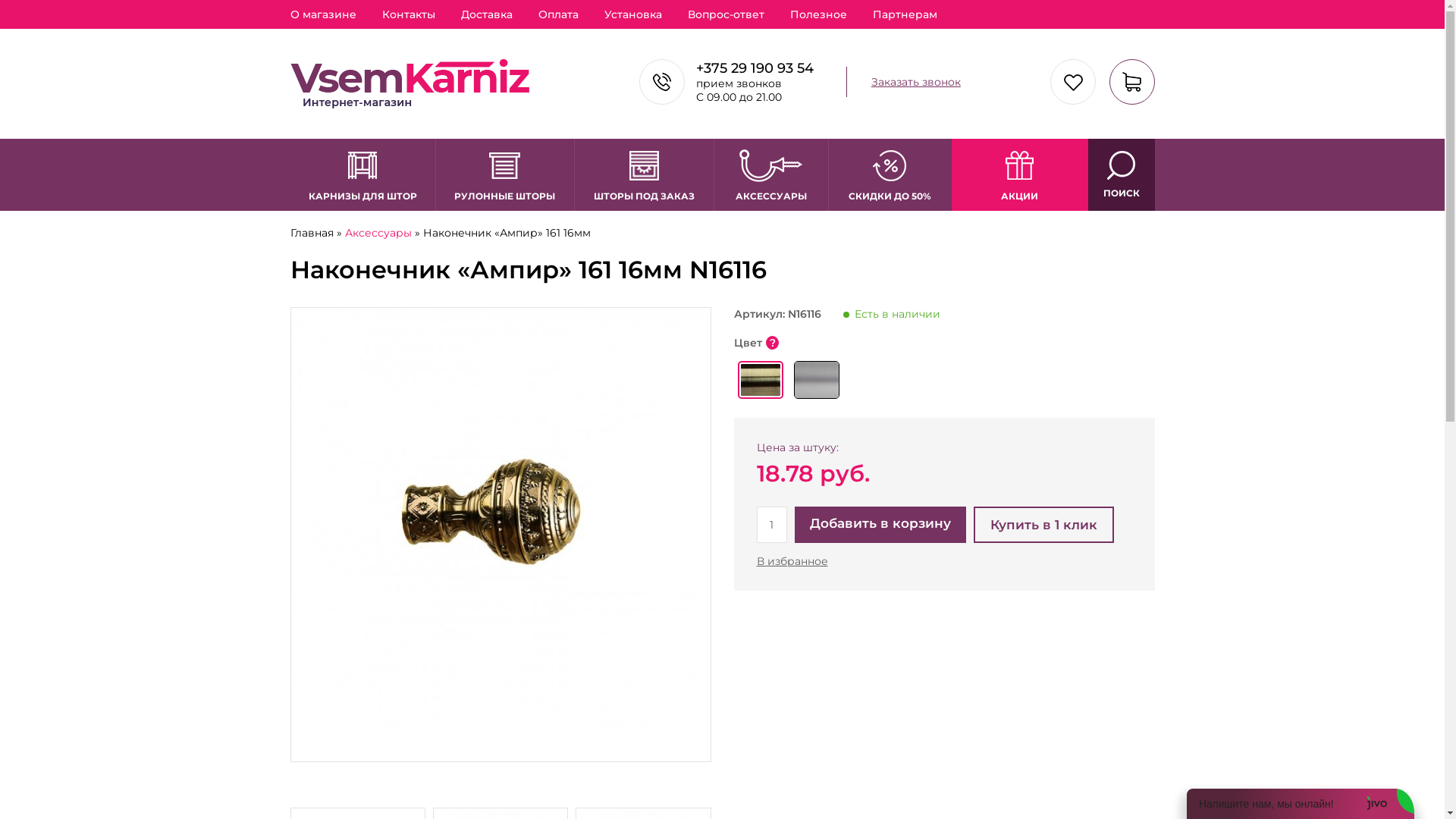 This screenshot has height=819, width=1456. I want to click on '+375 29 190 93 54', so click(755, 67).